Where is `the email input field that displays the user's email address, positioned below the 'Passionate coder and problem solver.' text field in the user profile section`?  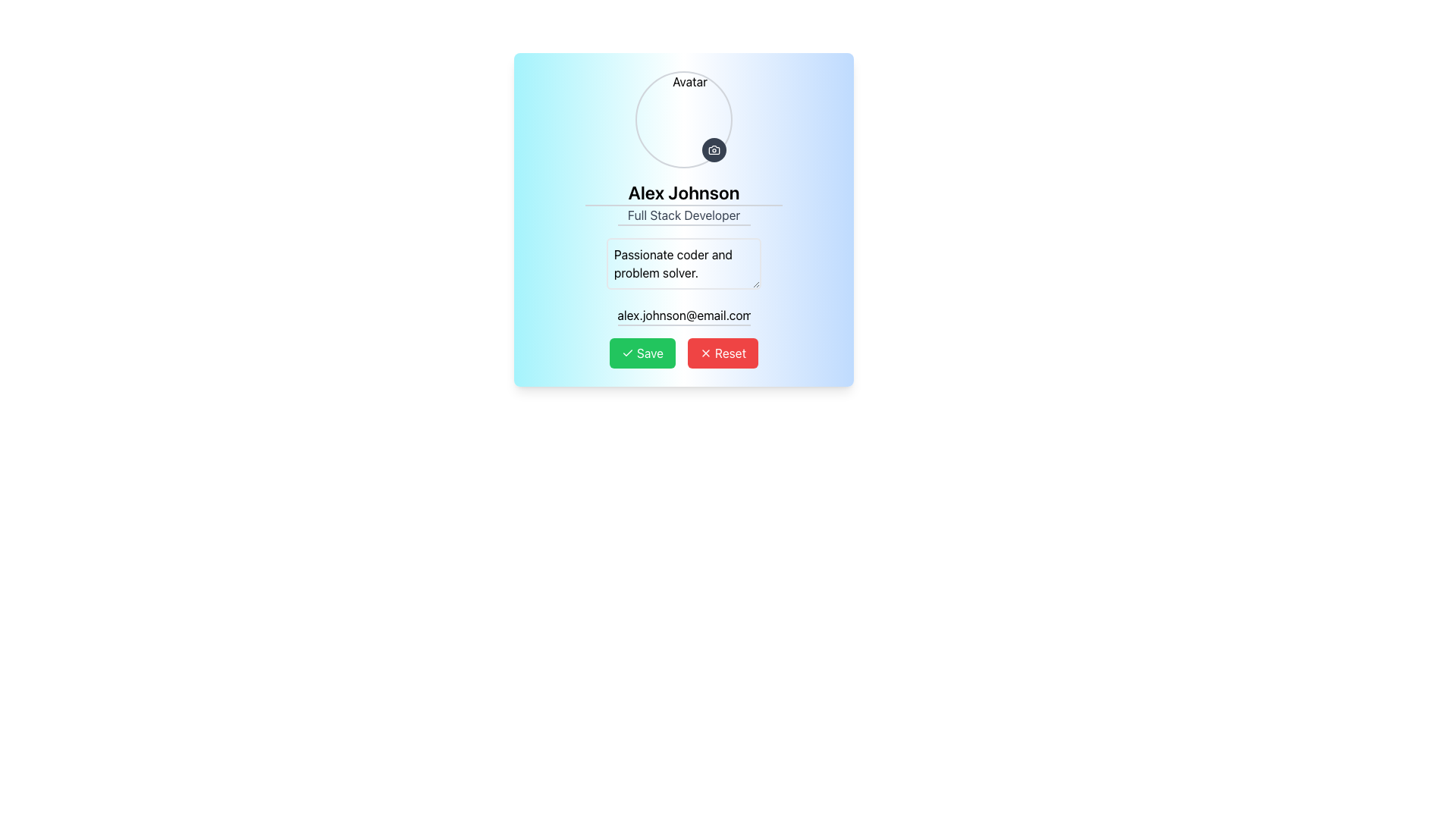 the email input field that displays the user's email address, positioned below the 'Passionate coder and problem solver.' text field in the user profile section is located at coordinates (683, 315).